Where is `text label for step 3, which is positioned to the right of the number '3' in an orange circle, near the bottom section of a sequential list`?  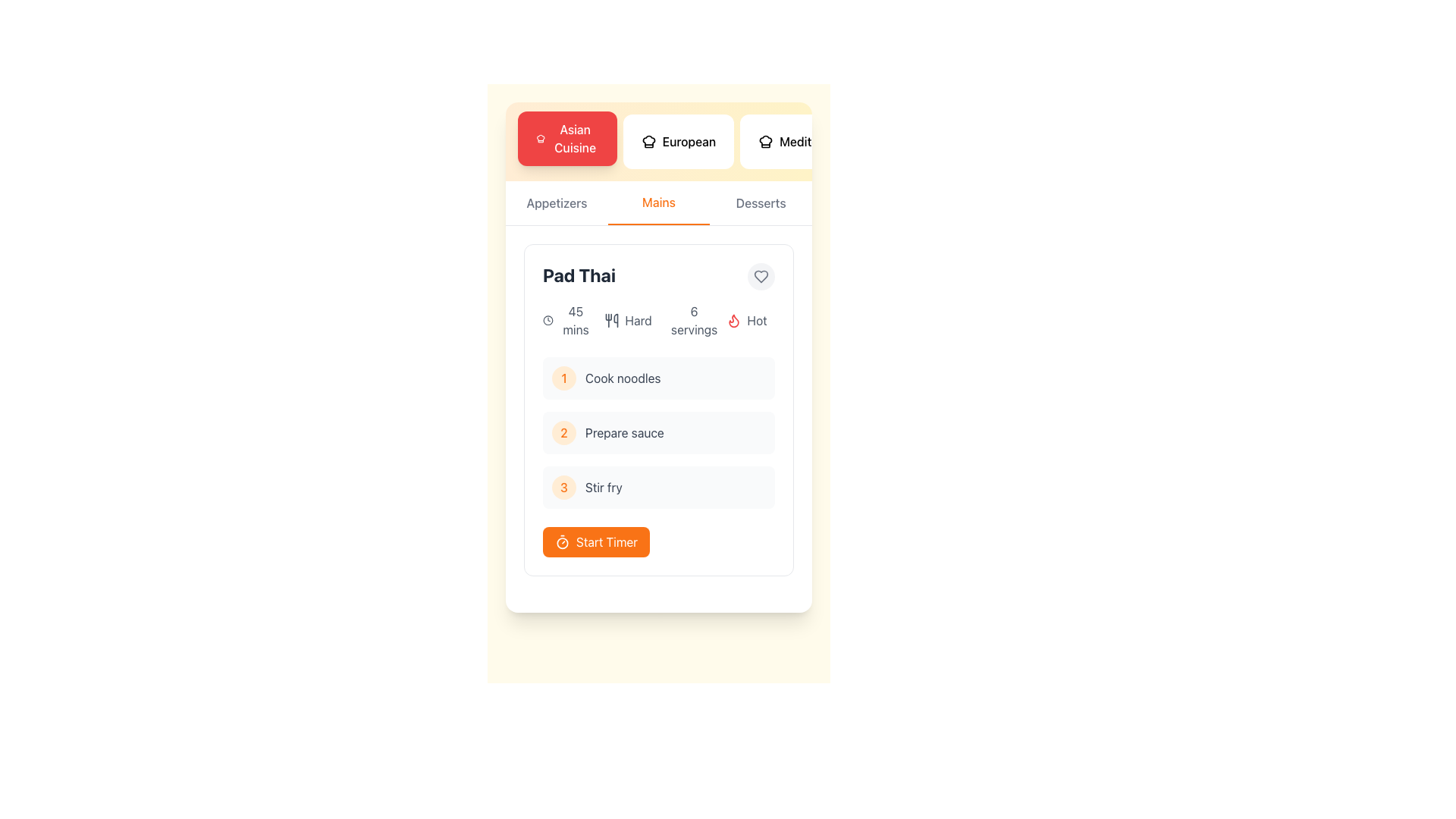
text label for step 3, which is positioned to the right of the number '3' in an orange circle, near the bottom section of a sequential list is located at coordinates (603, 488).